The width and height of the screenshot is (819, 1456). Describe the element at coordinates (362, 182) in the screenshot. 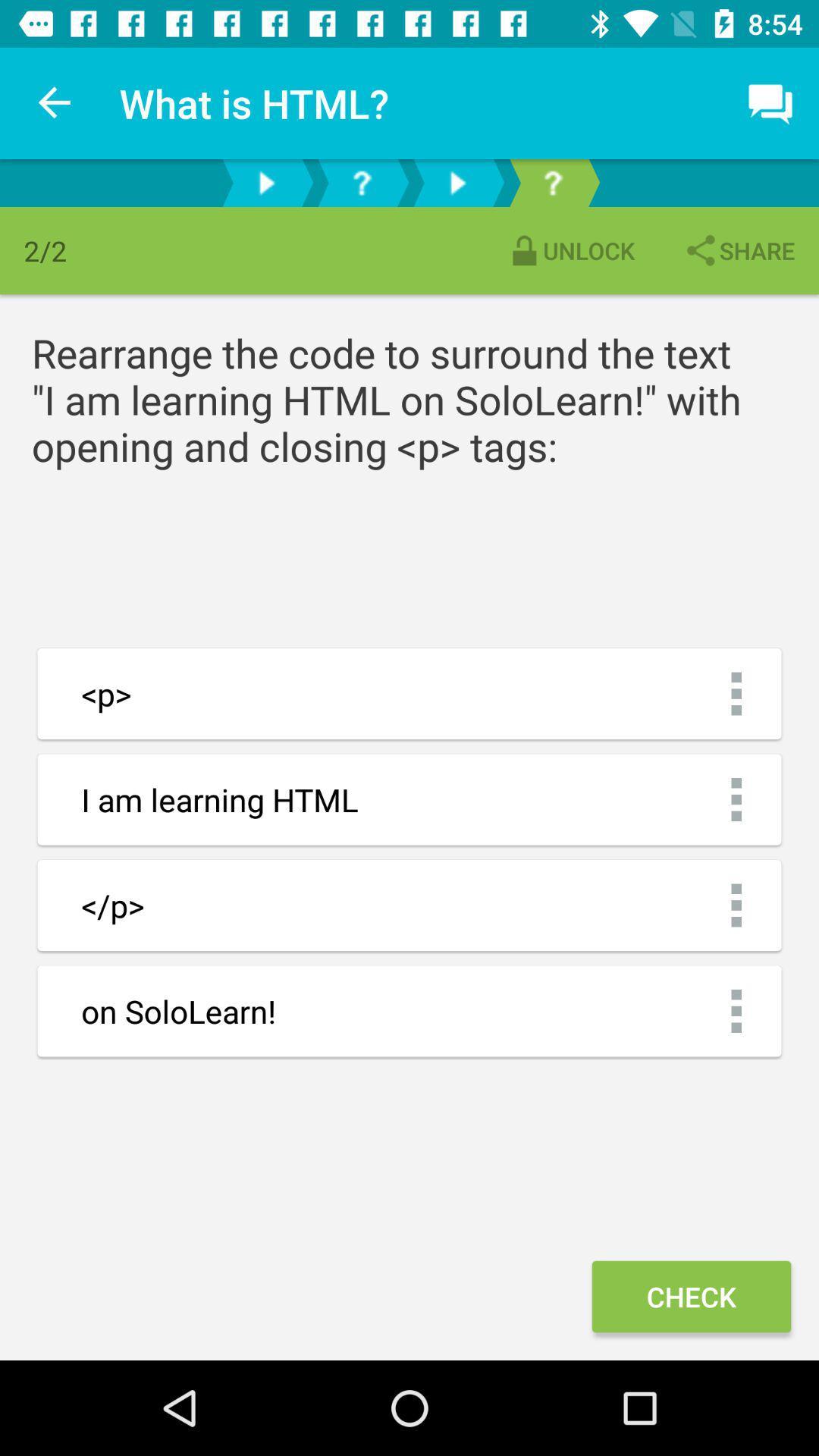

I see `question mark option` at that location.